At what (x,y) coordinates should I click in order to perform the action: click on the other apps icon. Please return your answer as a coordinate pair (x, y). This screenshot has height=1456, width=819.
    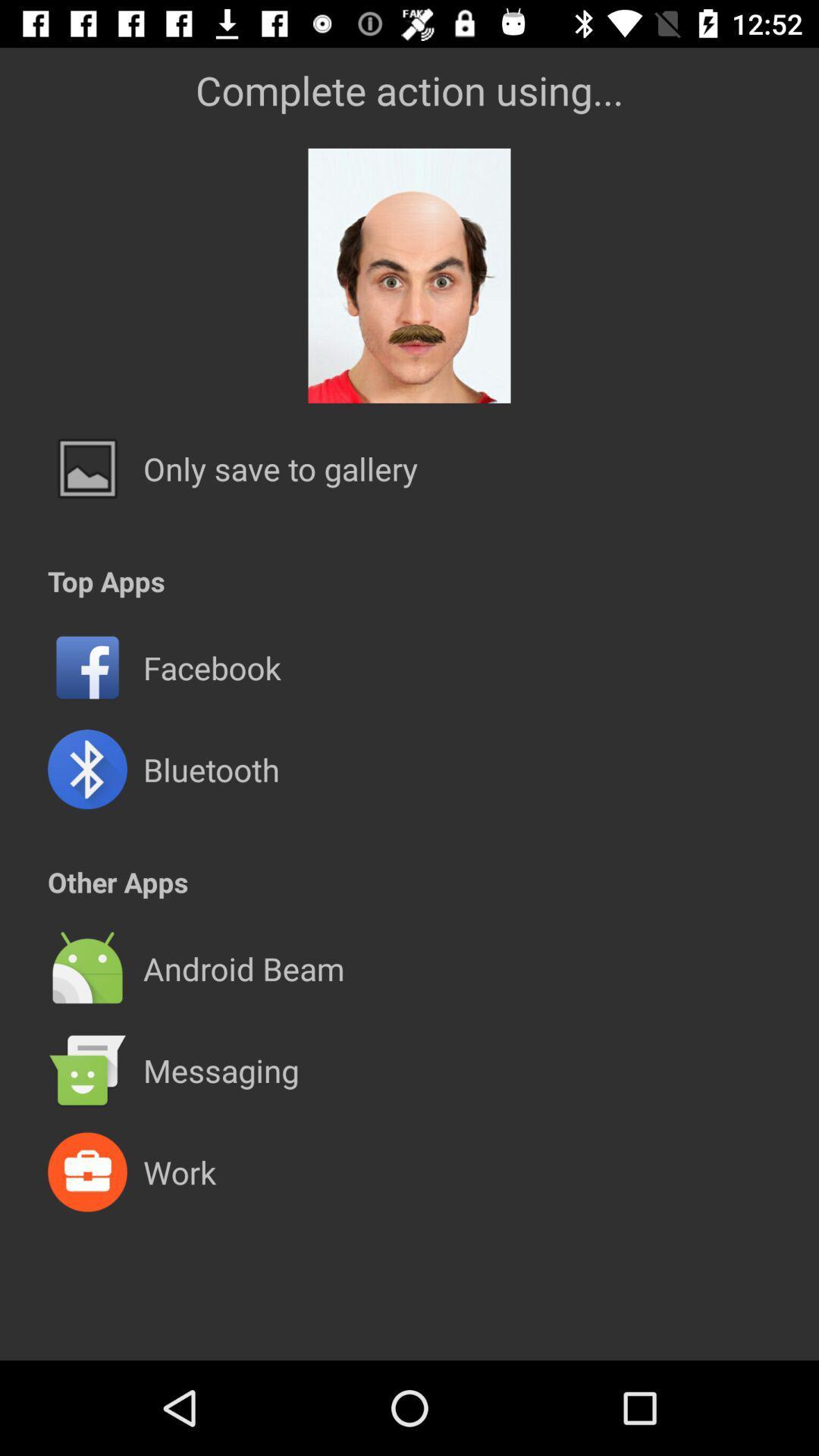
    Looking at the image, I should click on (117, 882).